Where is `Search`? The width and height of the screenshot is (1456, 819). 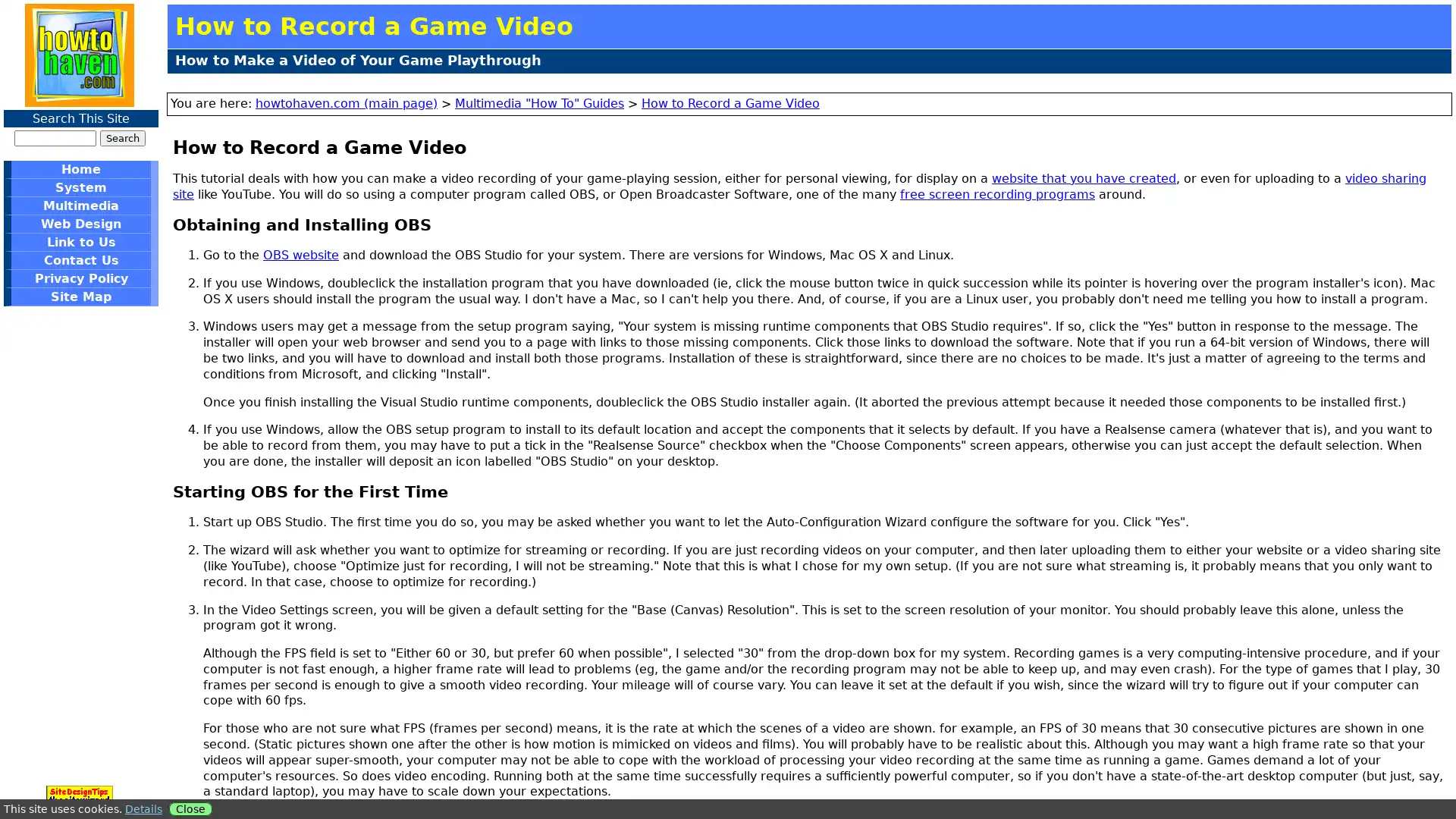 Search is located at coordinates (122, 138).